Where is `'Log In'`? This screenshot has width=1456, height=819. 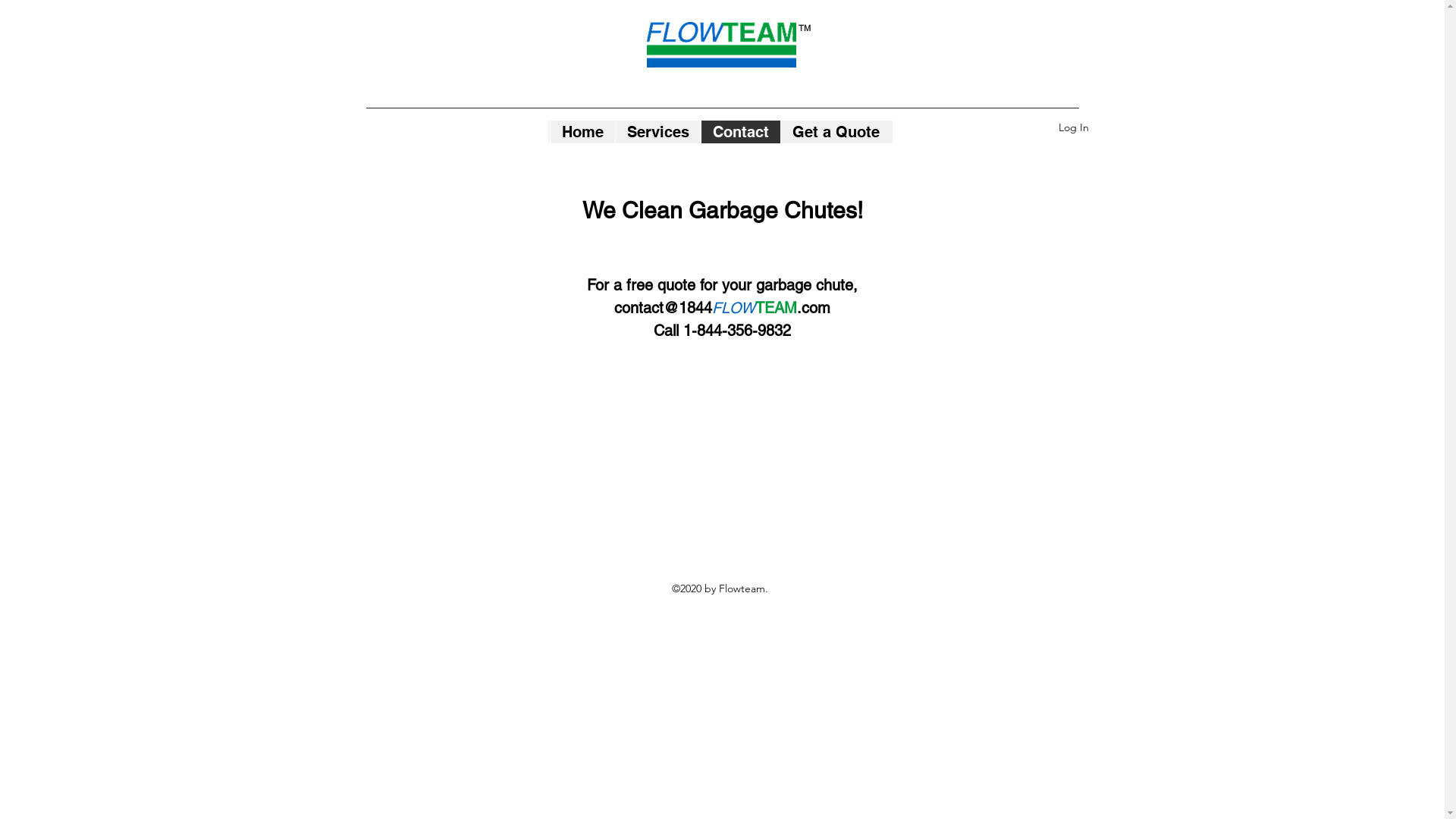
'Log In' is located at coordinates (1073, 127).